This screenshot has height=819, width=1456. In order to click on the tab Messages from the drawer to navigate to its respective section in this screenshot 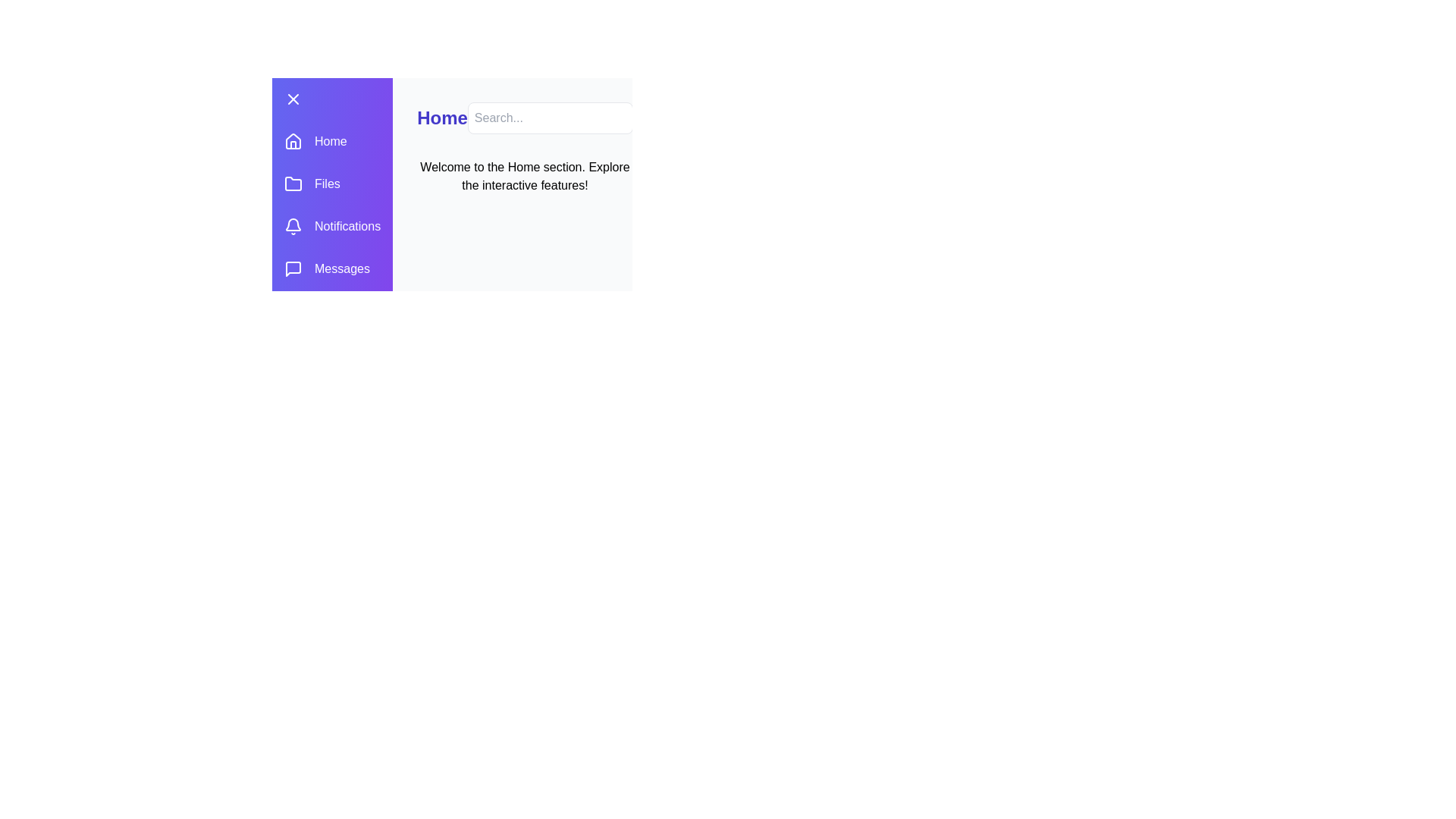, I will do `click(331, 268)`.